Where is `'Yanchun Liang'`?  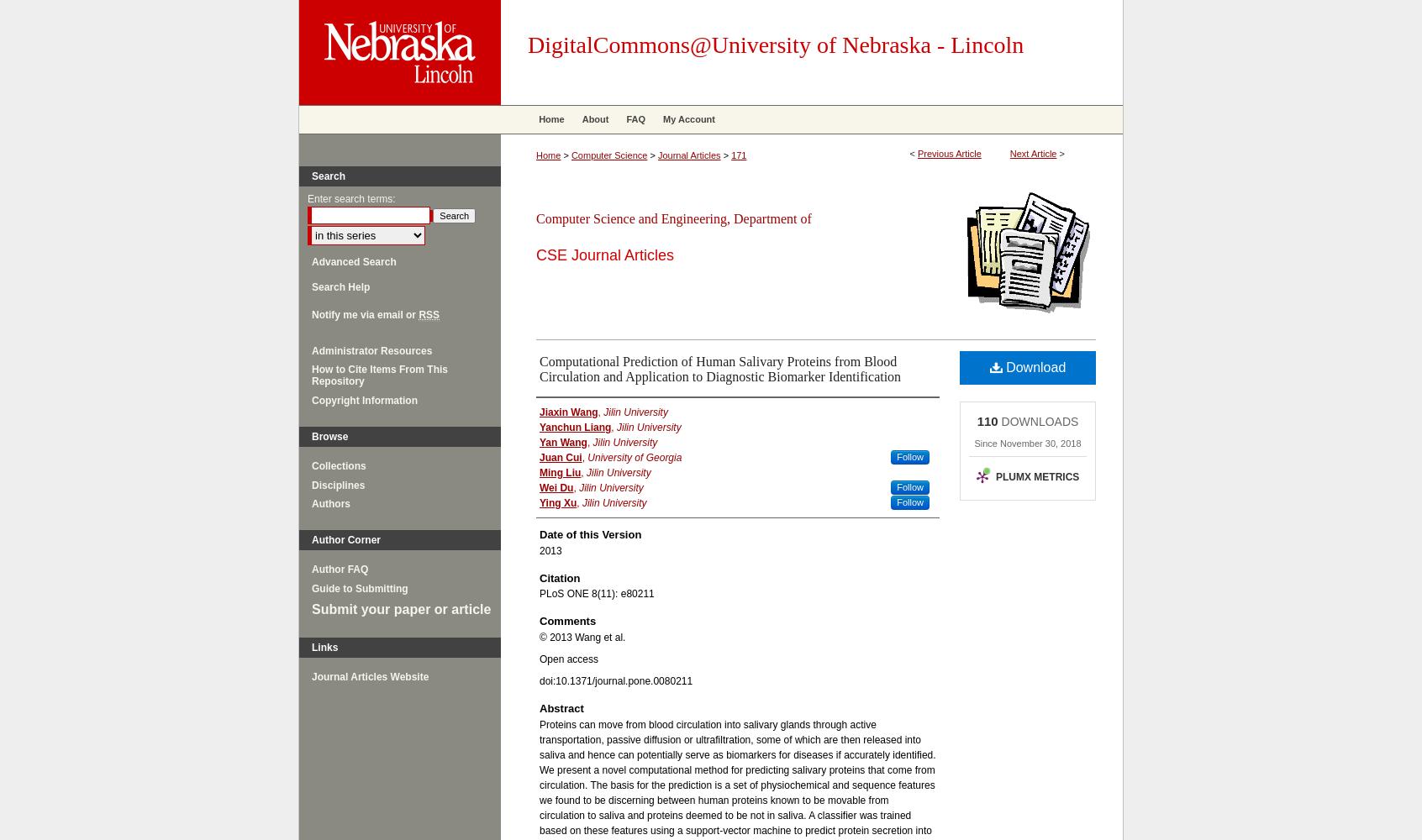 'Yanchun Liang' is located at coordinates (575, 428).